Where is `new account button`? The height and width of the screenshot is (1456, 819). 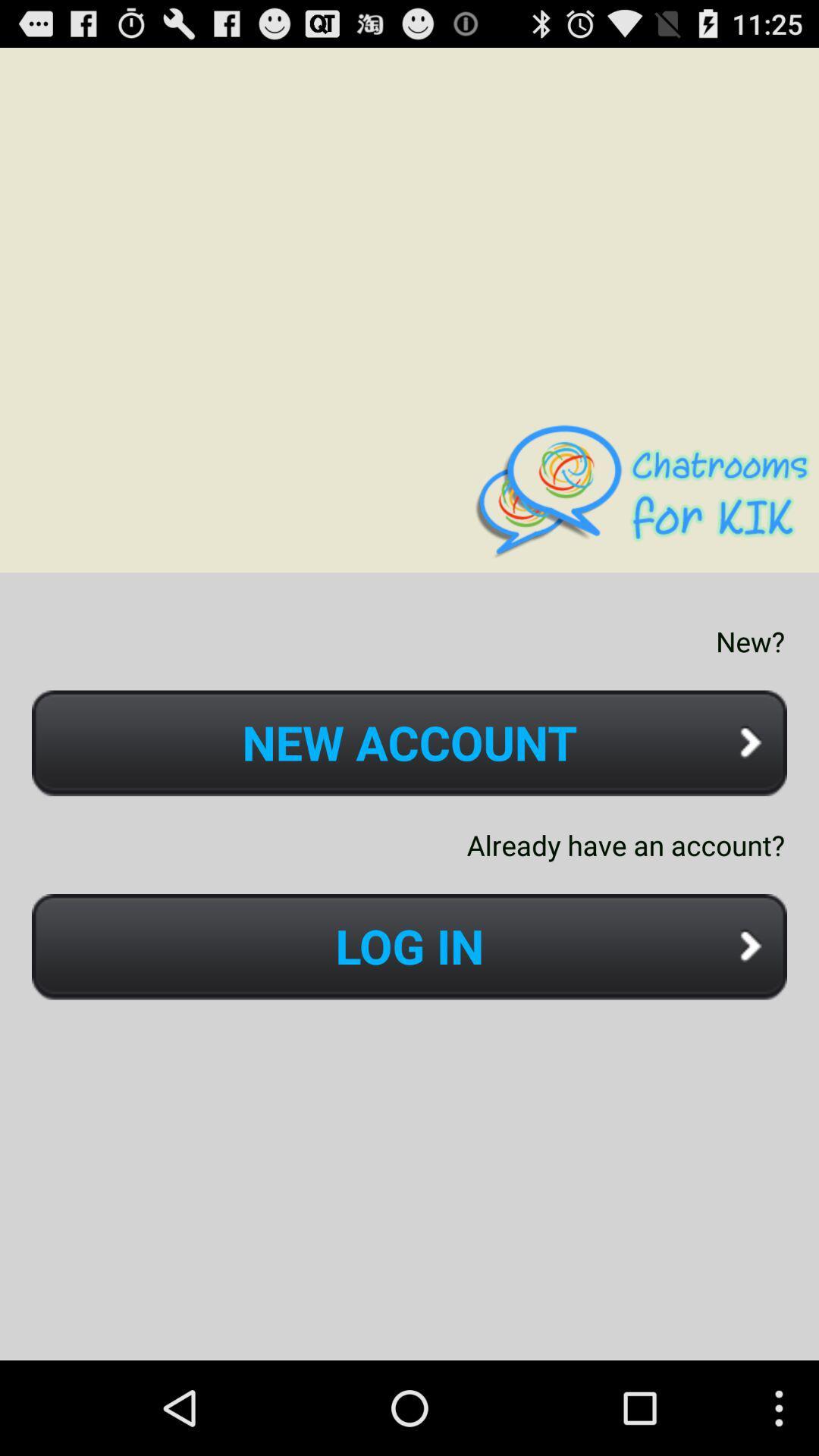
new account button is located at coordinates (409, 743).